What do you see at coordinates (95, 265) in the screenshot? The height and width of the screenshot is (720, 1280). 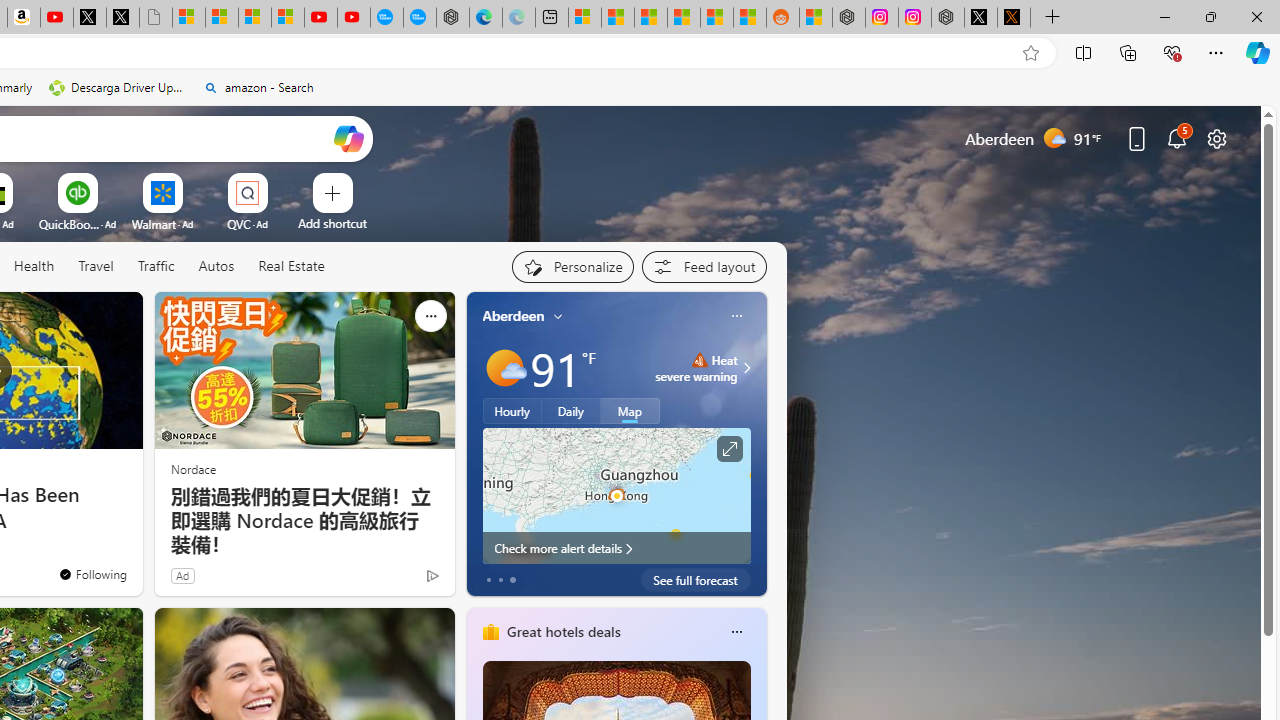 I see `'Travel'` at bounding box center [95, 265].